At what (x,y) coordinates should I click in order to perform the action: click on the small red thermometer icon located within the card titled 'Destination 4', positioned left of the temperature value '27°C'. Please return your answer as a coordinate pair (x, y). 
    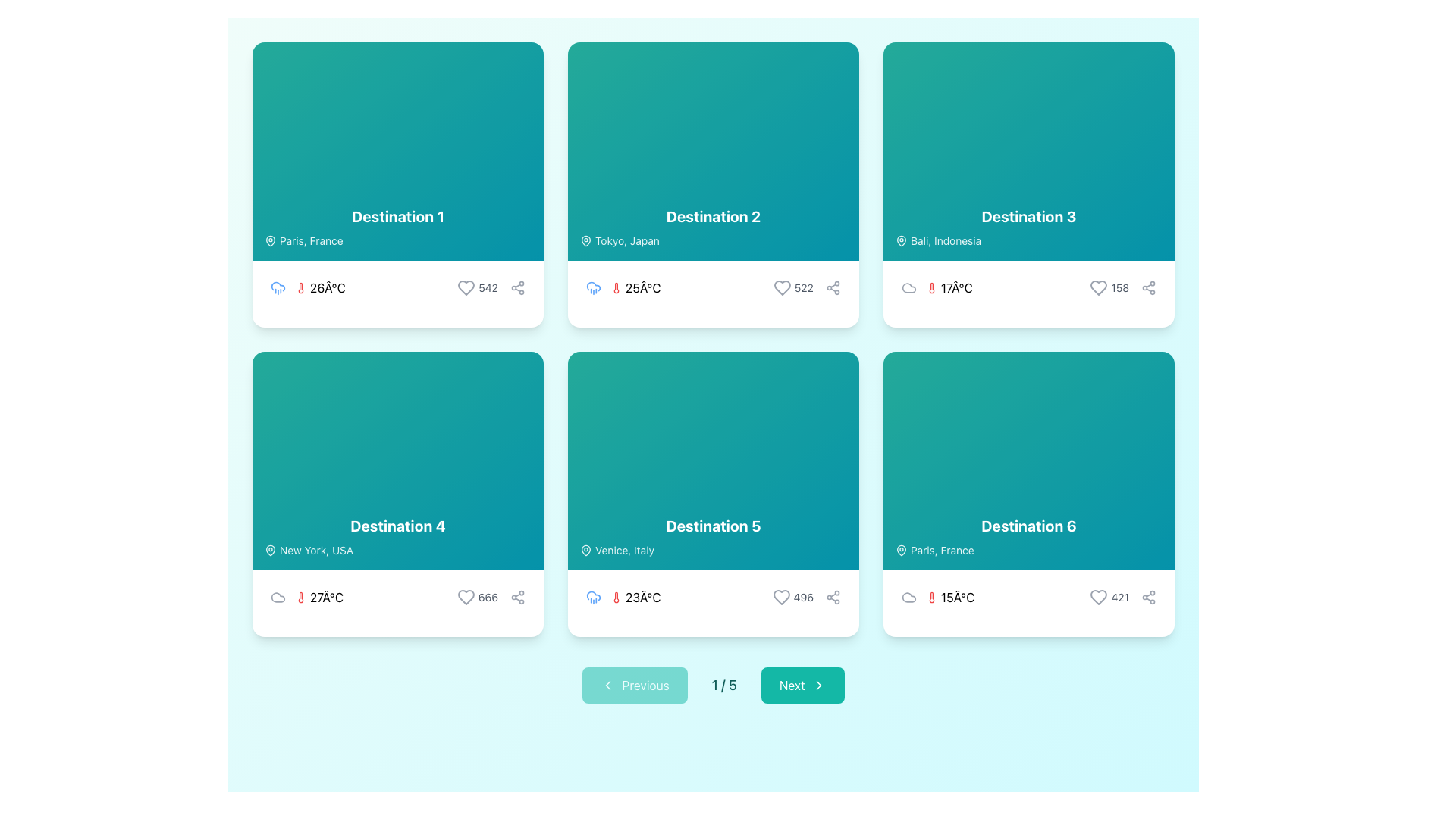
    Looking at the image, I should click on (301, 596).